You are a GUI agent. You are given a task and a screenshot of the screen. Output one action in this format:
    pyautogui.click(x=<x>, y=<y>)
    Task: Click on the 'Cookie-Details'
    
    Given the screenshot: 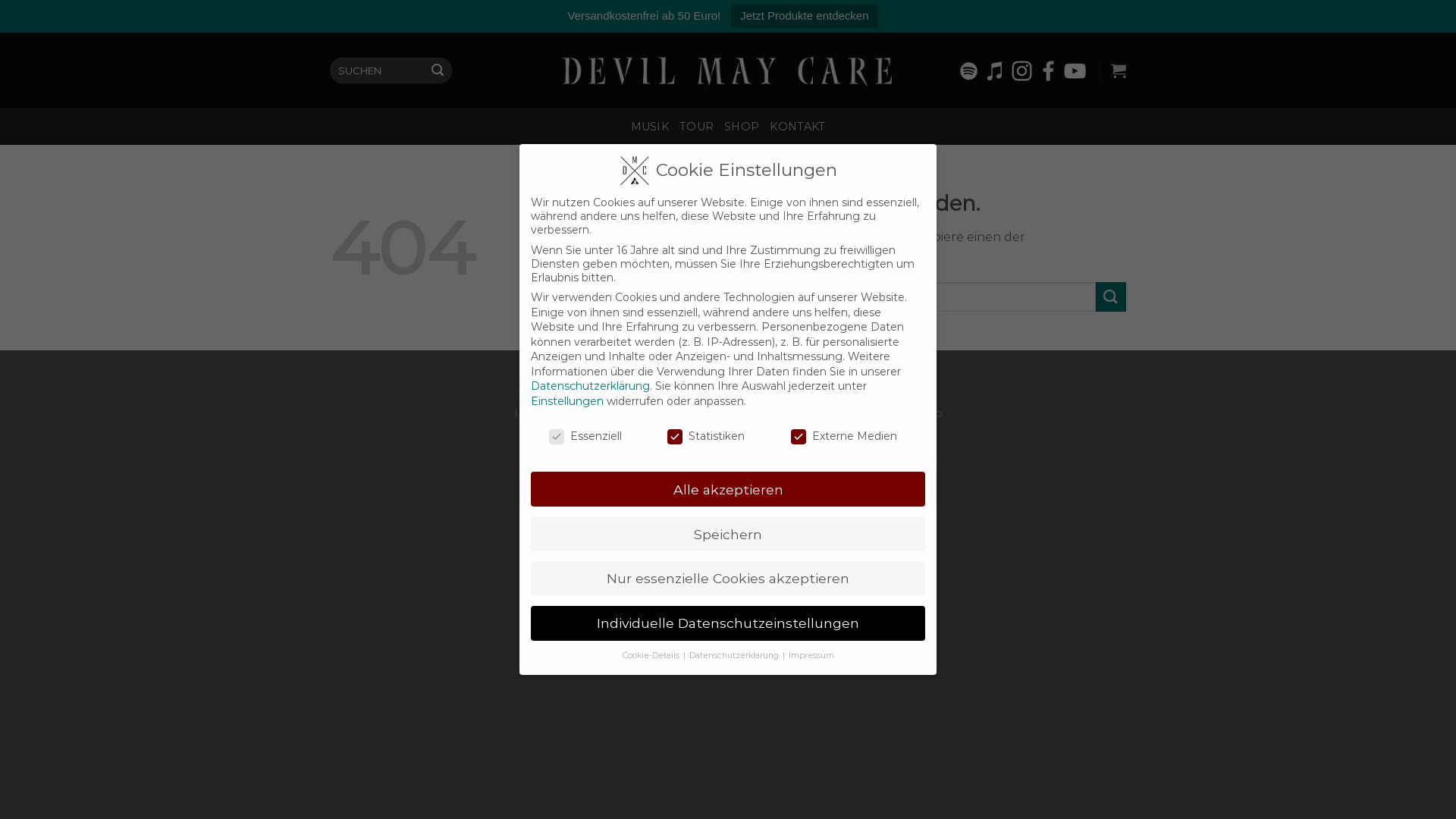 What is the action you would take?
    pyautogui.click(x=651, y=654)
    